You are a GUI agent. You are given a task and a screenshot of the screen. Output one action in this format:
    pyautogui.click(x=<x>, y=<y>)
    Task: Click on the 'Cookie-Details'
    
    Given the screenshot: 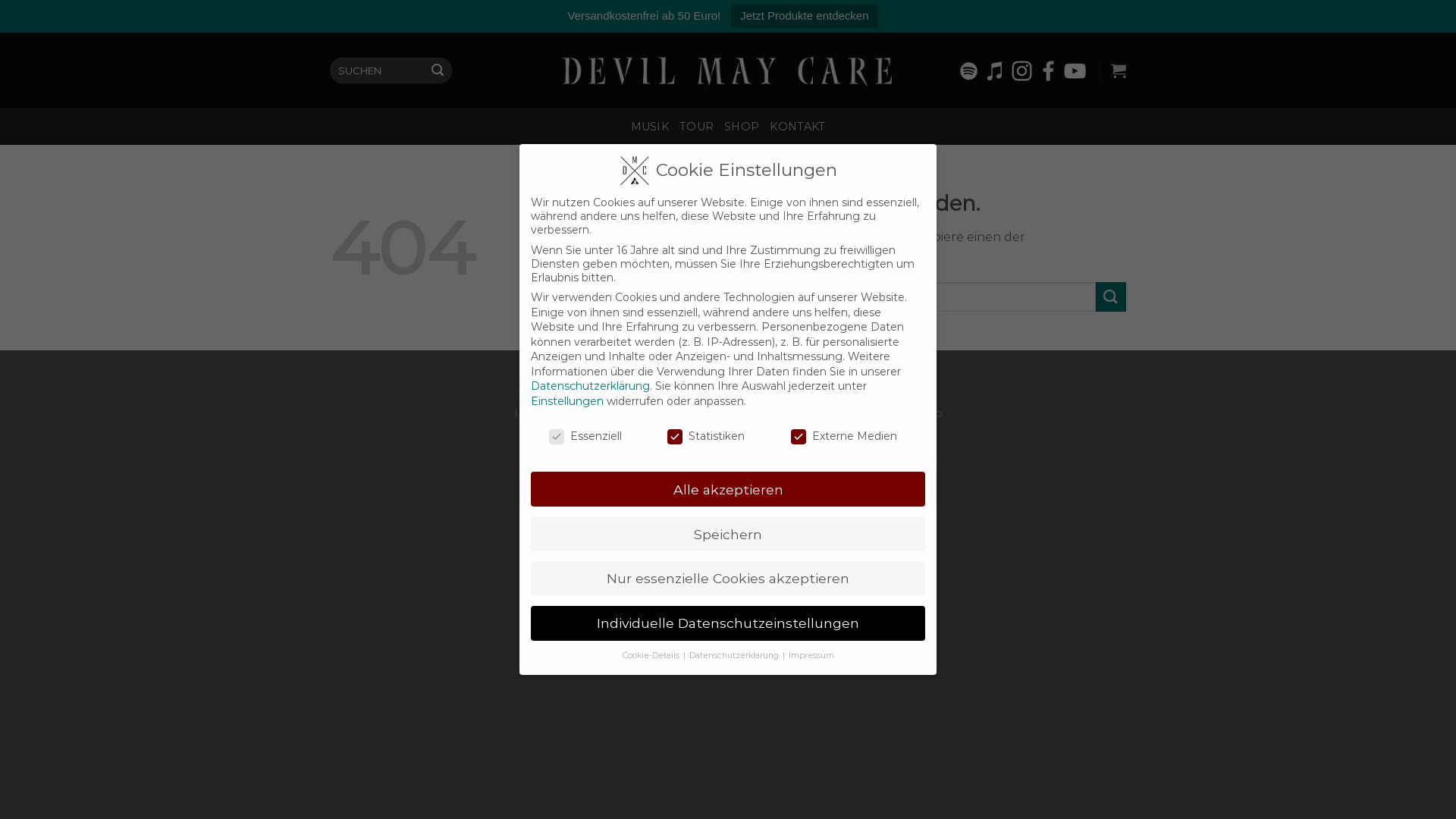 What is the action you would take?
    pyautogui.click(x=651, y=654)
    